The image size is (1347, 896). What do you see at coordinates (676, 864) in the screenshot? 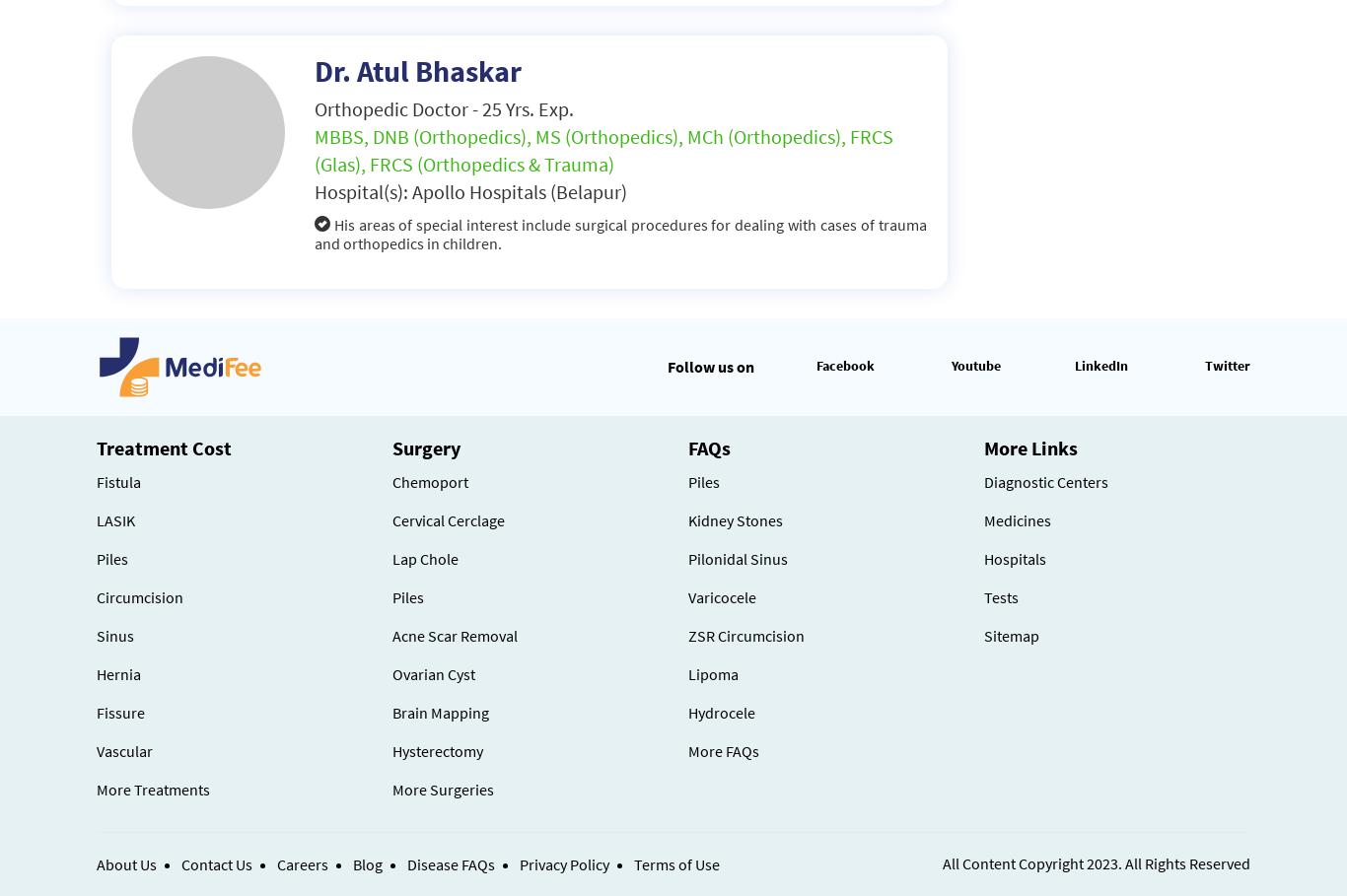
I see `'Terms of Use'` at bounding box center [676, 864].